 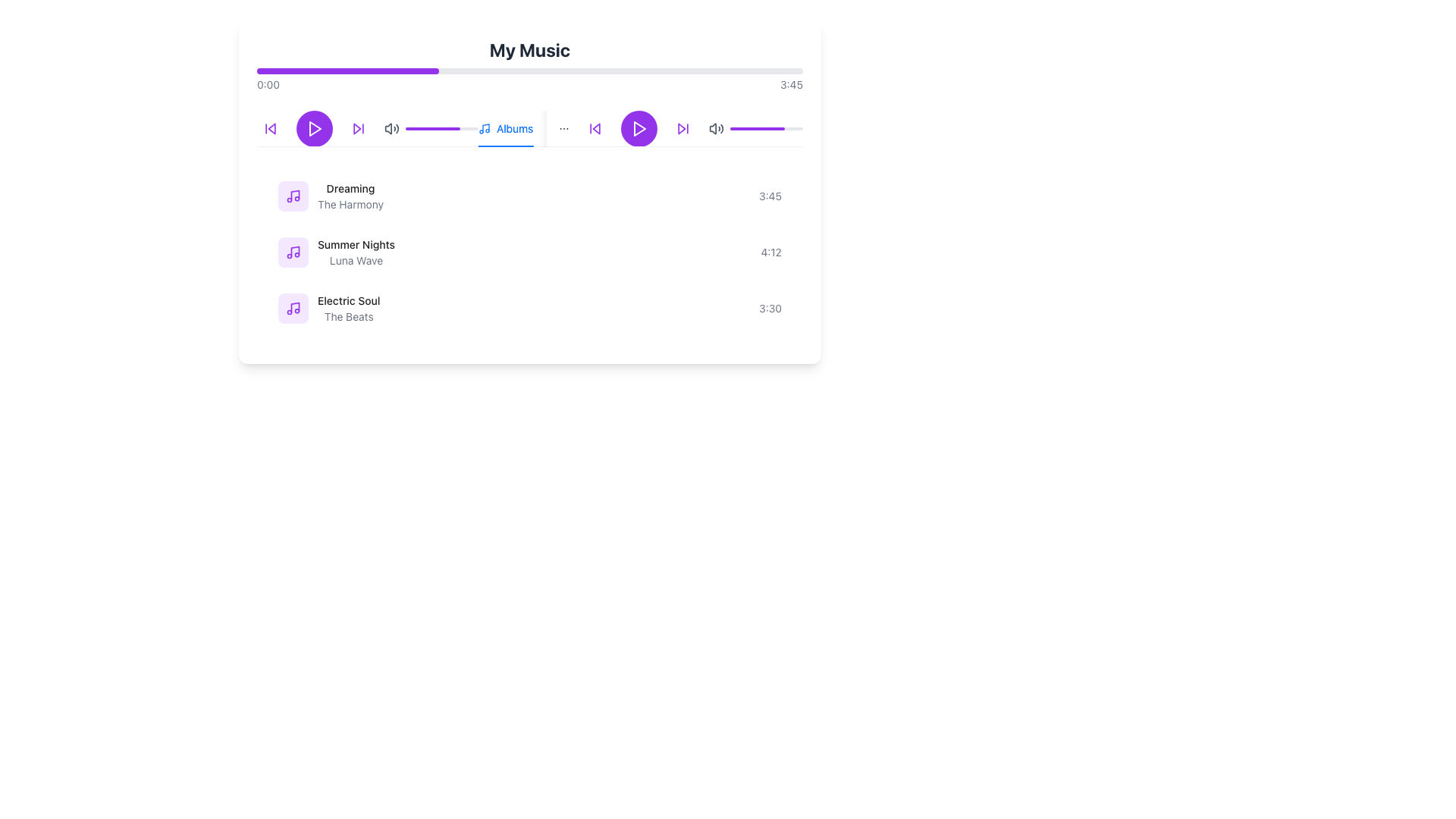 I want to click on the skip button located in the control bar, which allows the user to skip to the next track in the playlist, so click(x=358, y=127).